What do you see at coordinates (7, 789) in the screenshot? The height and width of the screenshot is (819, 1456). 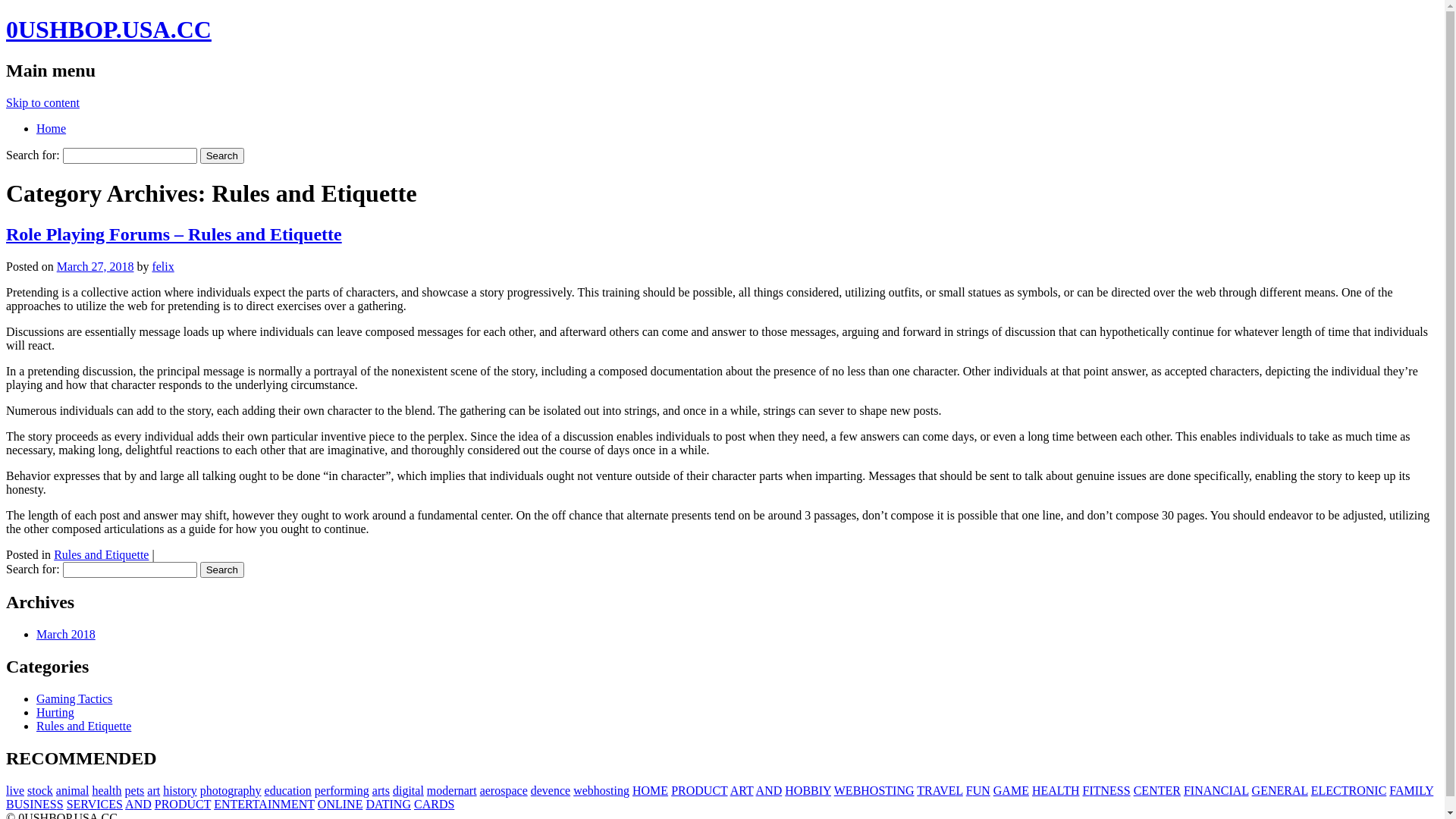 I see `'l'` at bounding box center [7, 789].